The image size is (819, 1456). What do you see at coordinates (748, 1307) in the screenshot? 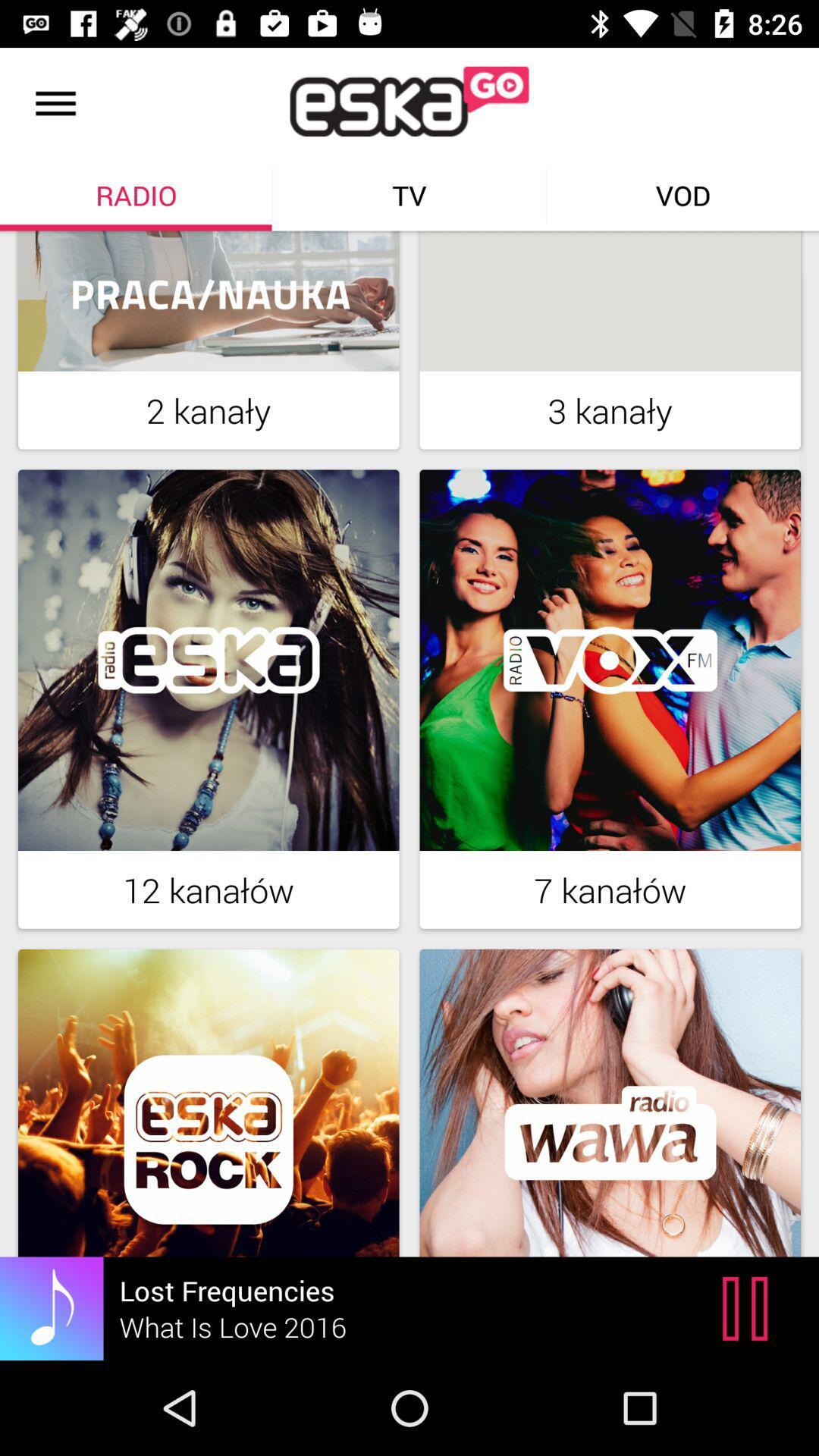
I see `the pause icon` at bounding box center [748, 1307].